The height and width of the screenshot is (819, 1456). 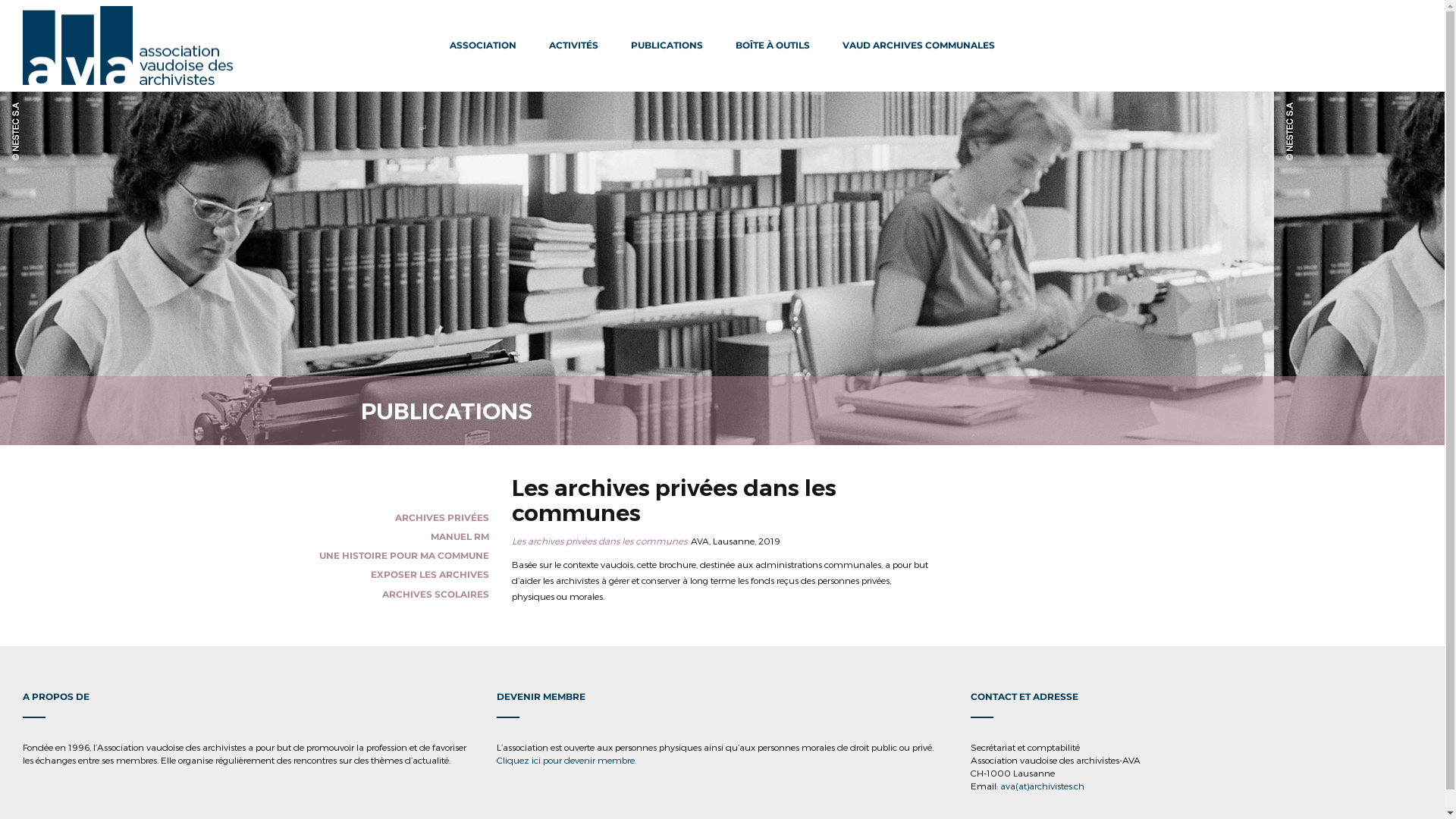 What do you see at coordinates (1041, 785) in the screenshot?
I see `'ava(at)archivistes.ch'` at bounding box center [1041, 785].